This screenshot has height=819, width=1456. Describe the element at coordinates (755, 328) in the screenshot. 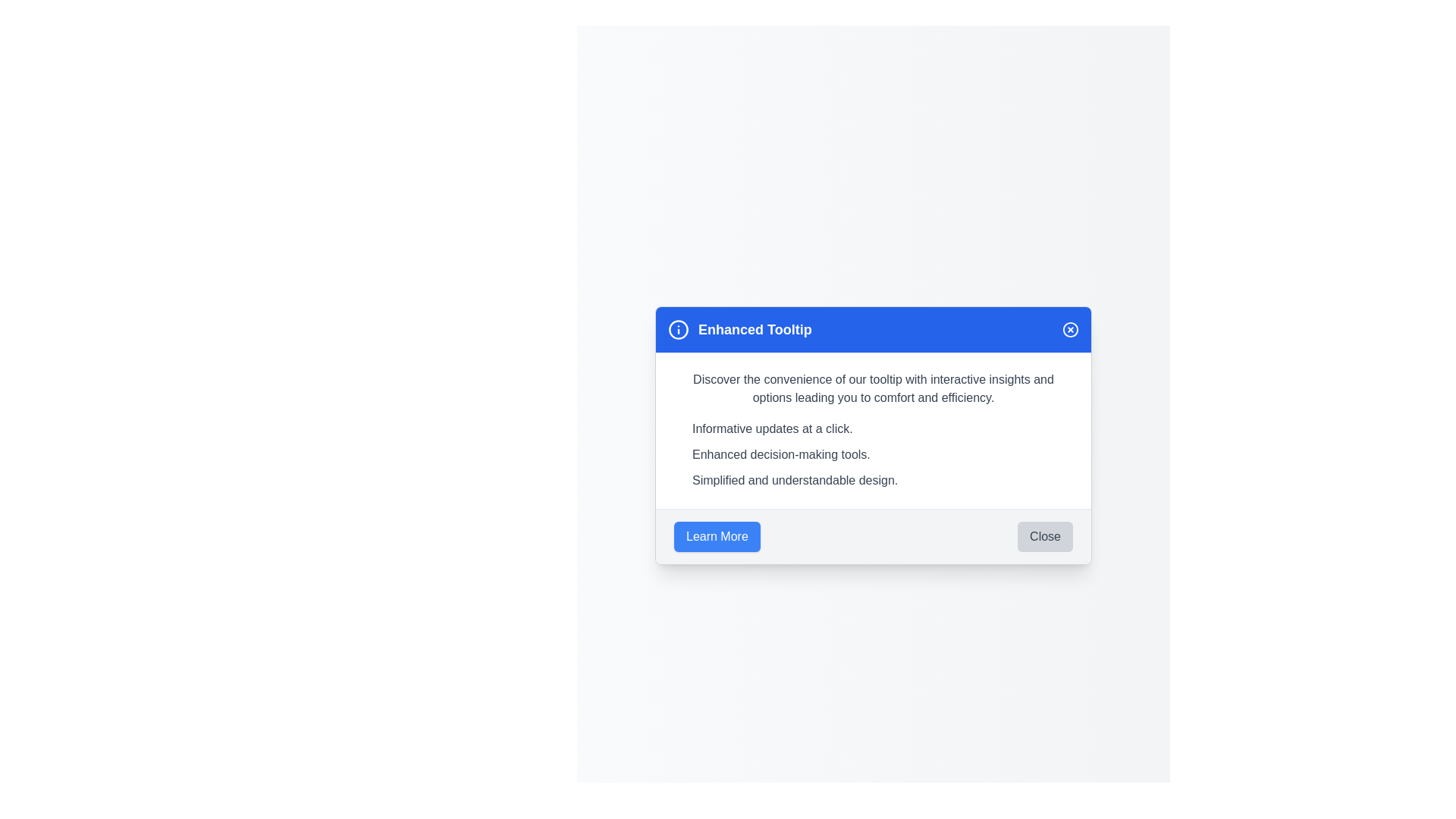

I see `the 'Enhanced Tooltip' text label, which is displayed in white, bold font on a blue background, located to the right of the information icon in the modal dialog's header` at that location.